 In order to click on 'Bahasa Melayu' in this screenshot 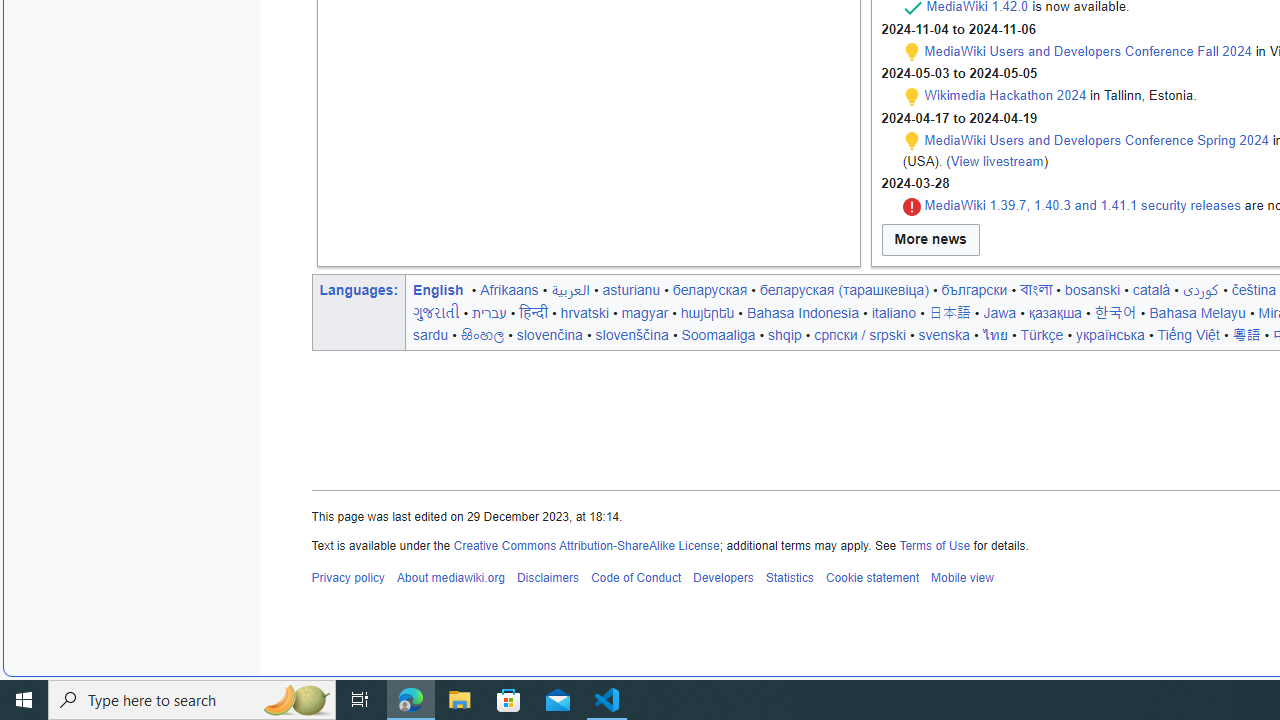, I will do `click(1197, 312)`.